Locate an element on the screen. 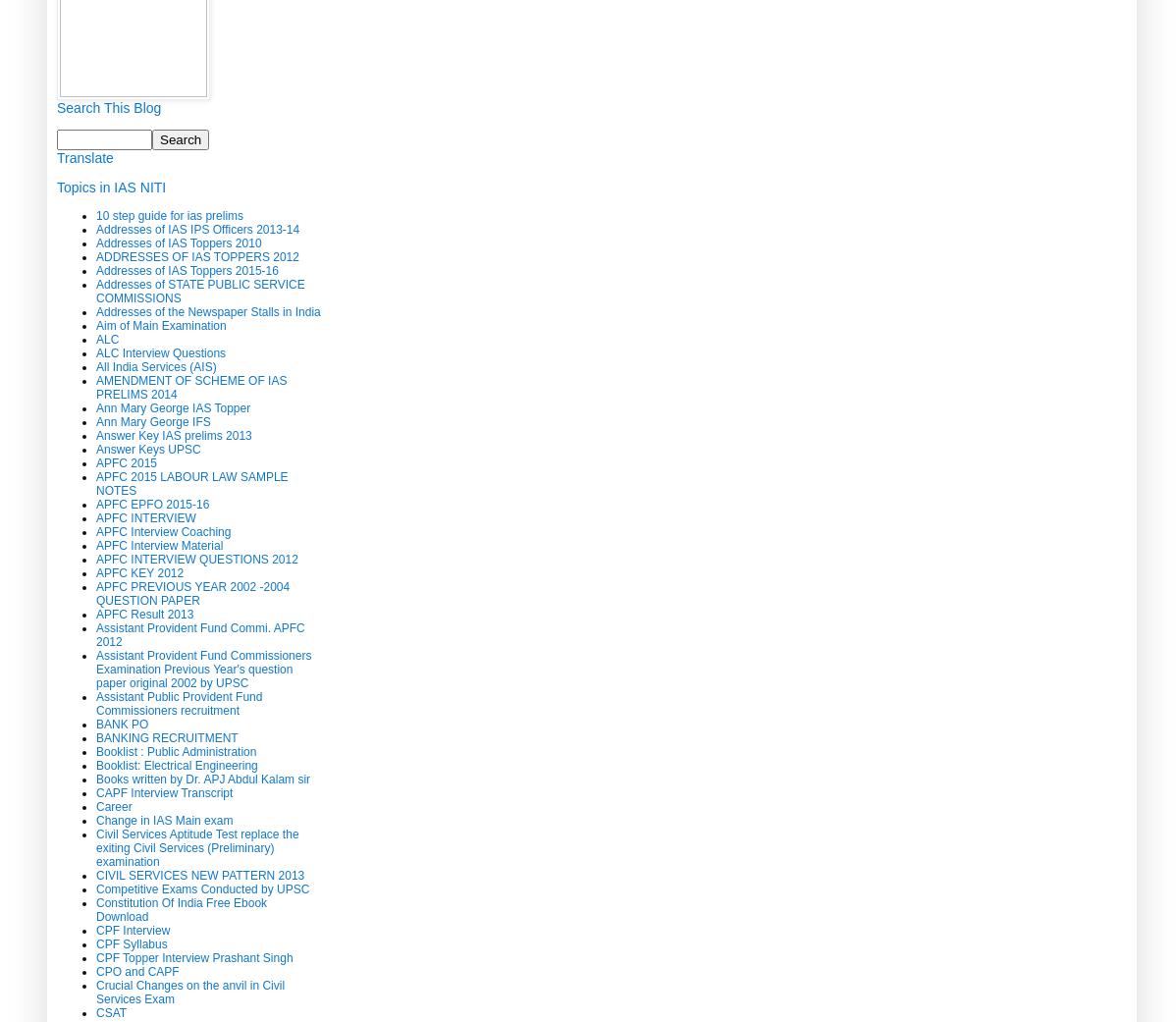 Image resolution: width=1176 pixels, height=1022 pixels. 'APFC INTERVIEW' is located at coordinates (144, 516).